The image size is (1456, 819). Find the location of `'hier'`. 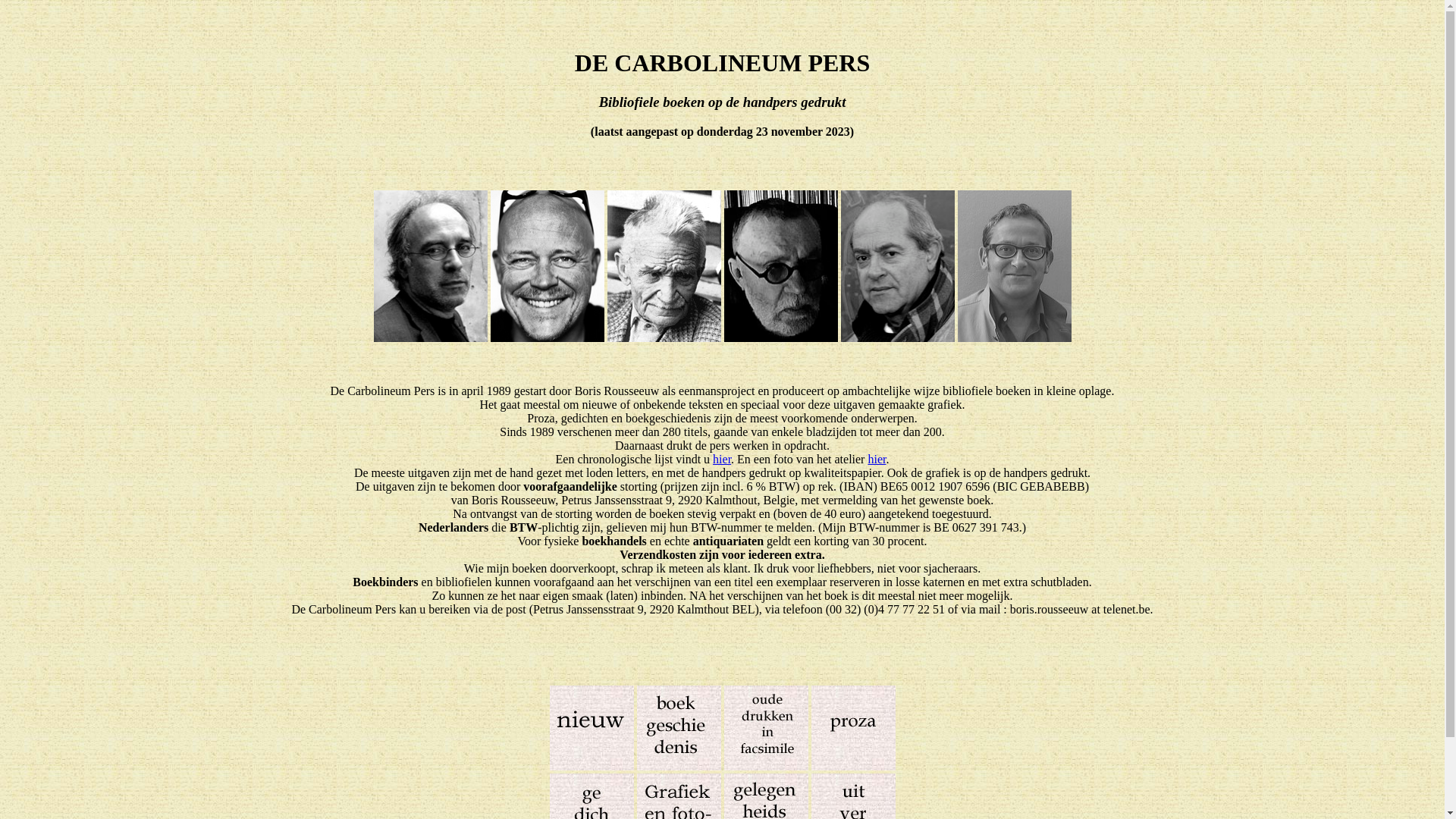

'hier' is located at coordinates (877, 458).